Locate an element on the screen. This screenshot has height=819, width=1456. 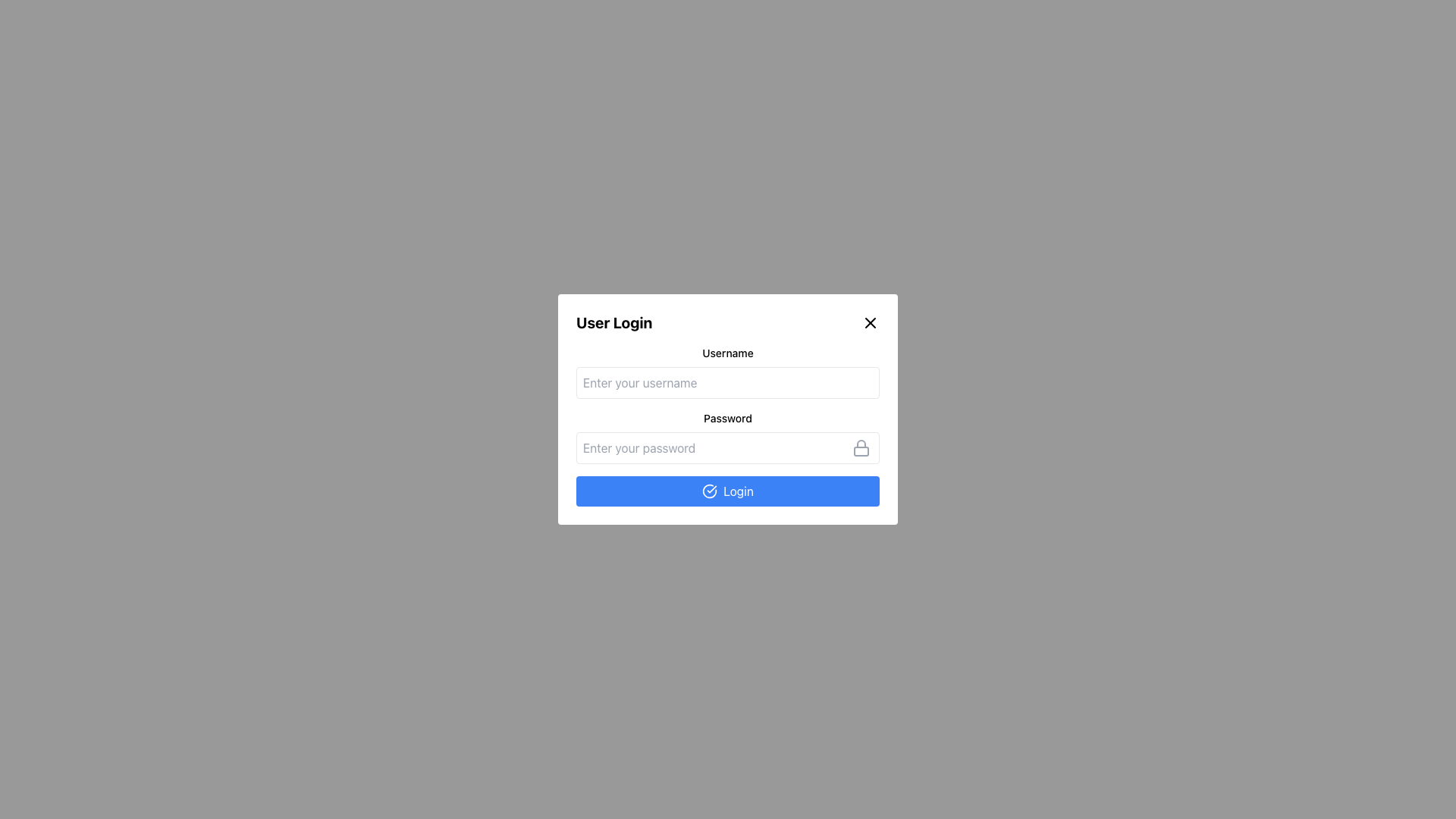
the verification icon located within the 'User Login' button at the bottom-center of the modal, specifically to the left of the 'Login' text is located at coordinates (709, 491).